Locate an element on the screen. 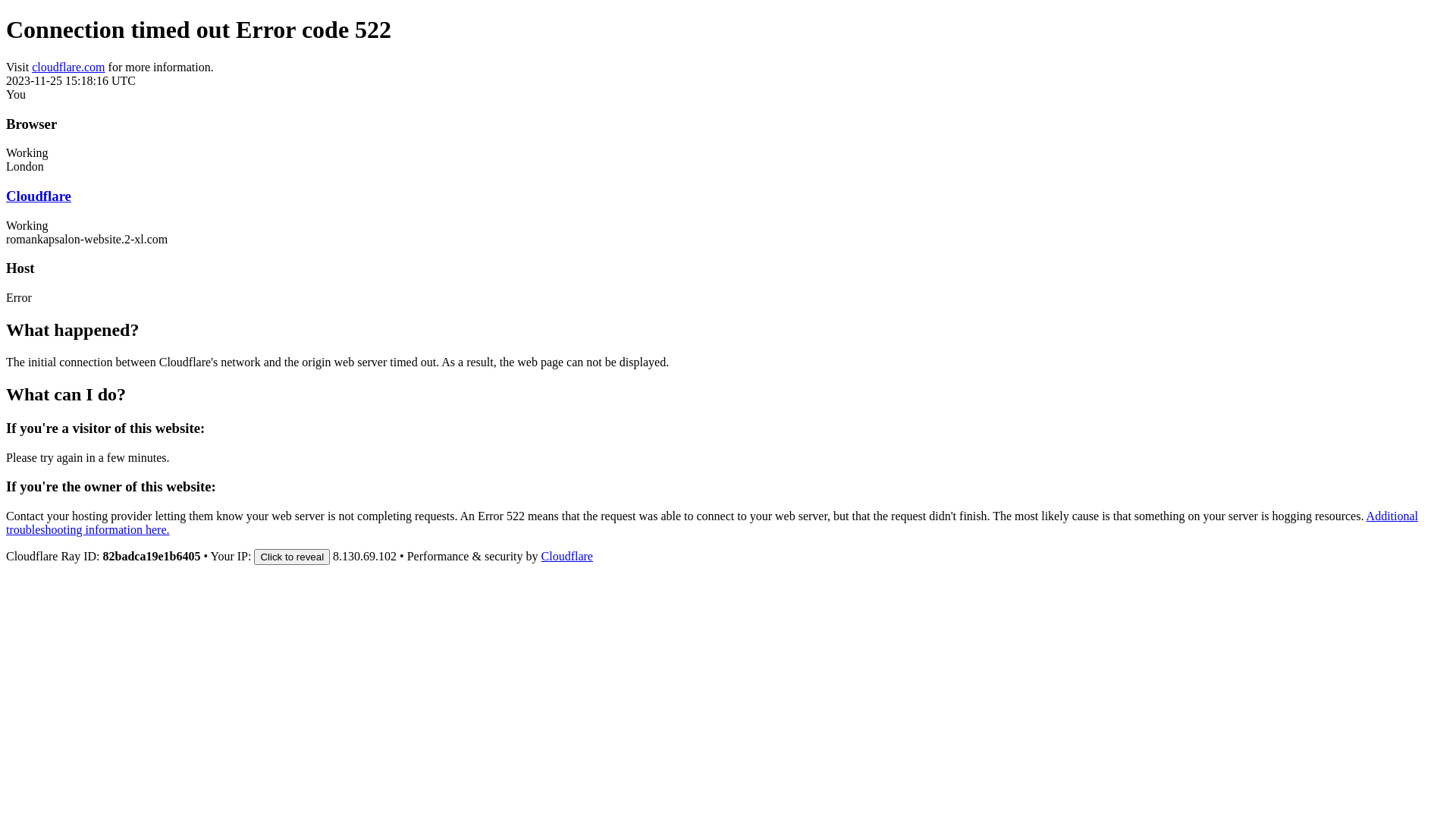 The height and width of the screenshot is (819, 1456). 'Cloudflare' is located at coordinates (566, 556).